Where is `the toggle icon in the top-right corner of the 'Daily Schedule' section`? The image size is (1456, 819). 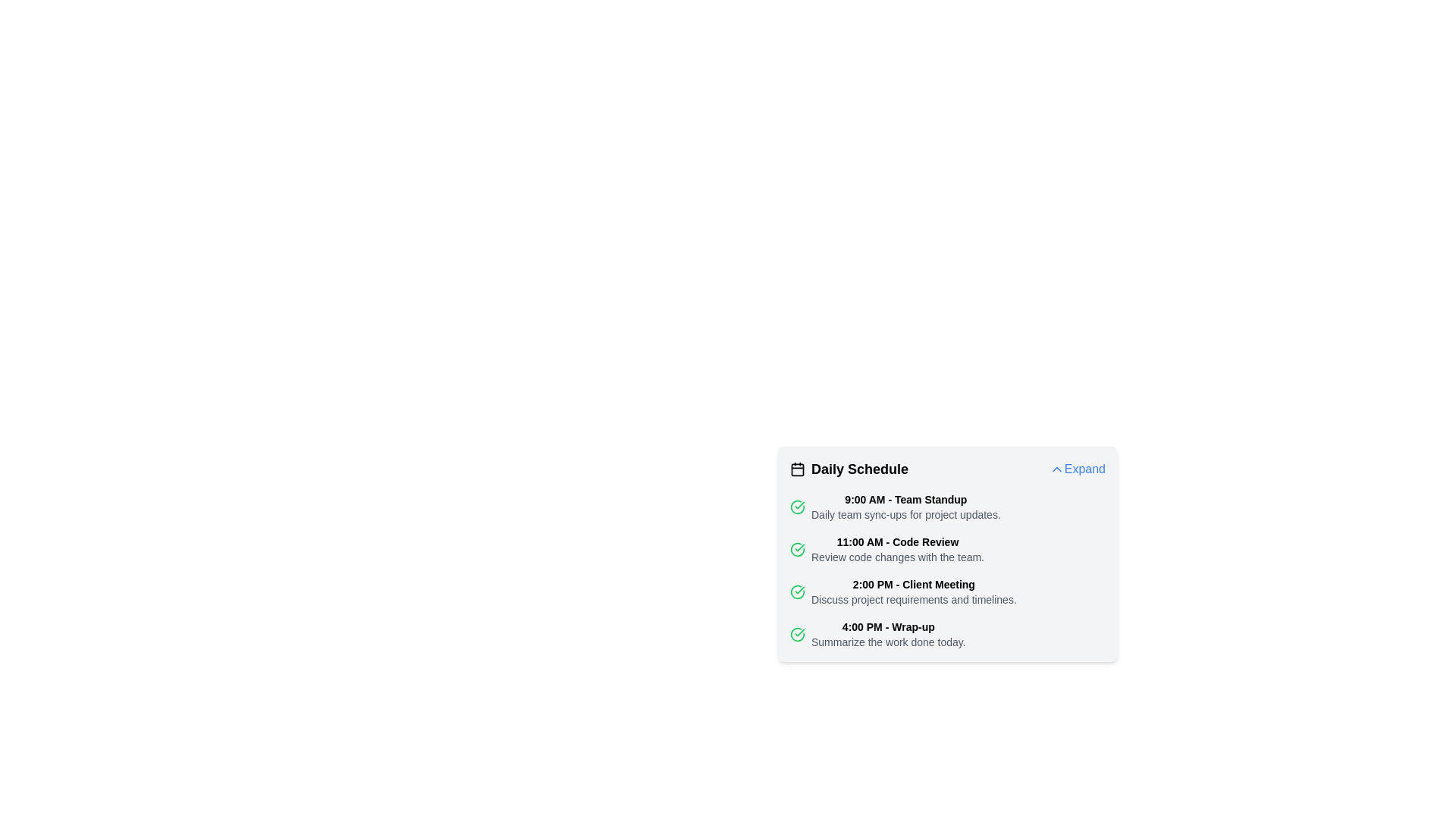 the toggle icon in the top-right corner of the 'Daily Schedule' section is located at coordinates (1056, 468).